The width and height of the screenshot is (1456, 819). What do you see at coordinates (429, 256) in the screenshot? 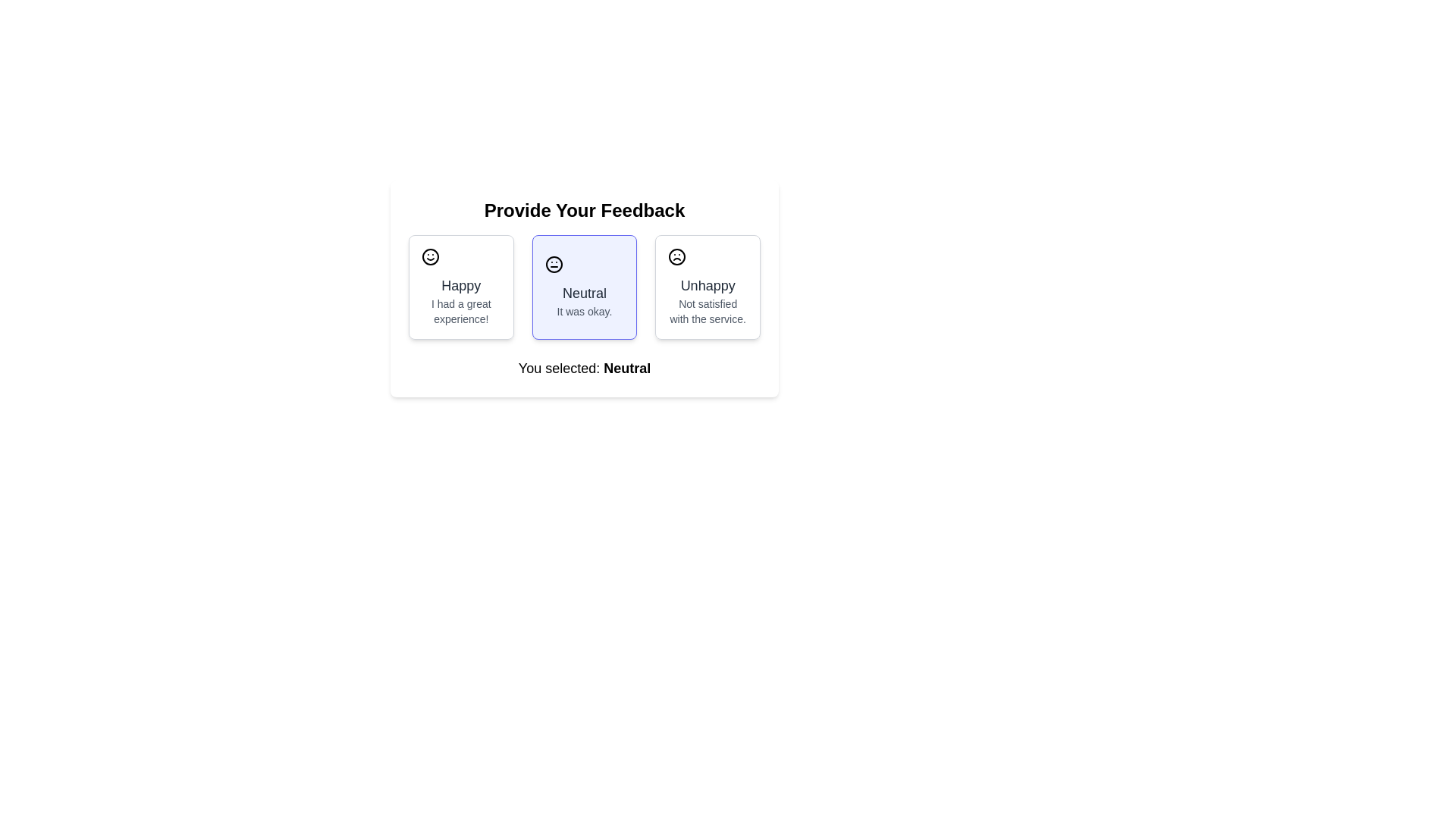
I see `the 'Happy' feedback icon located at the top-left position of the feedback selection panel` at bounding box center [429, 256].